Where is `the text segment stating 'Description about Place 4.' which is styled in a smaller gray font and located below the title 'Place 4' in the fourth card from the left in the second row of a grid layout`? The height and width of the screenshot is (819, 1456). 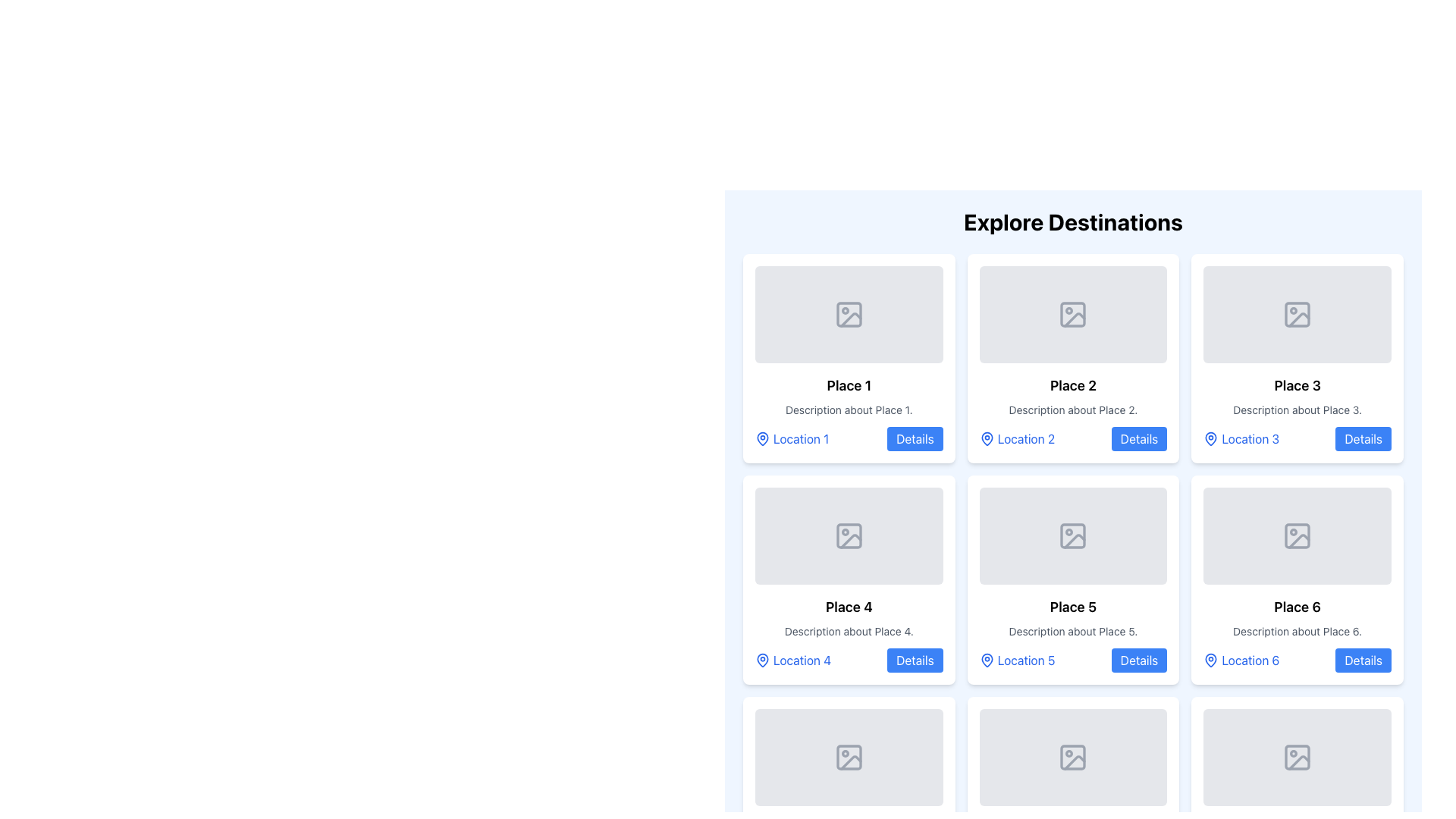 the text segment stating 'Description about Place 4.' which is styled in a smaller gray font and located below the title 'Place 4' in the fourth card from the left in the second row of a grid layout is located at coordinates (848, 632).